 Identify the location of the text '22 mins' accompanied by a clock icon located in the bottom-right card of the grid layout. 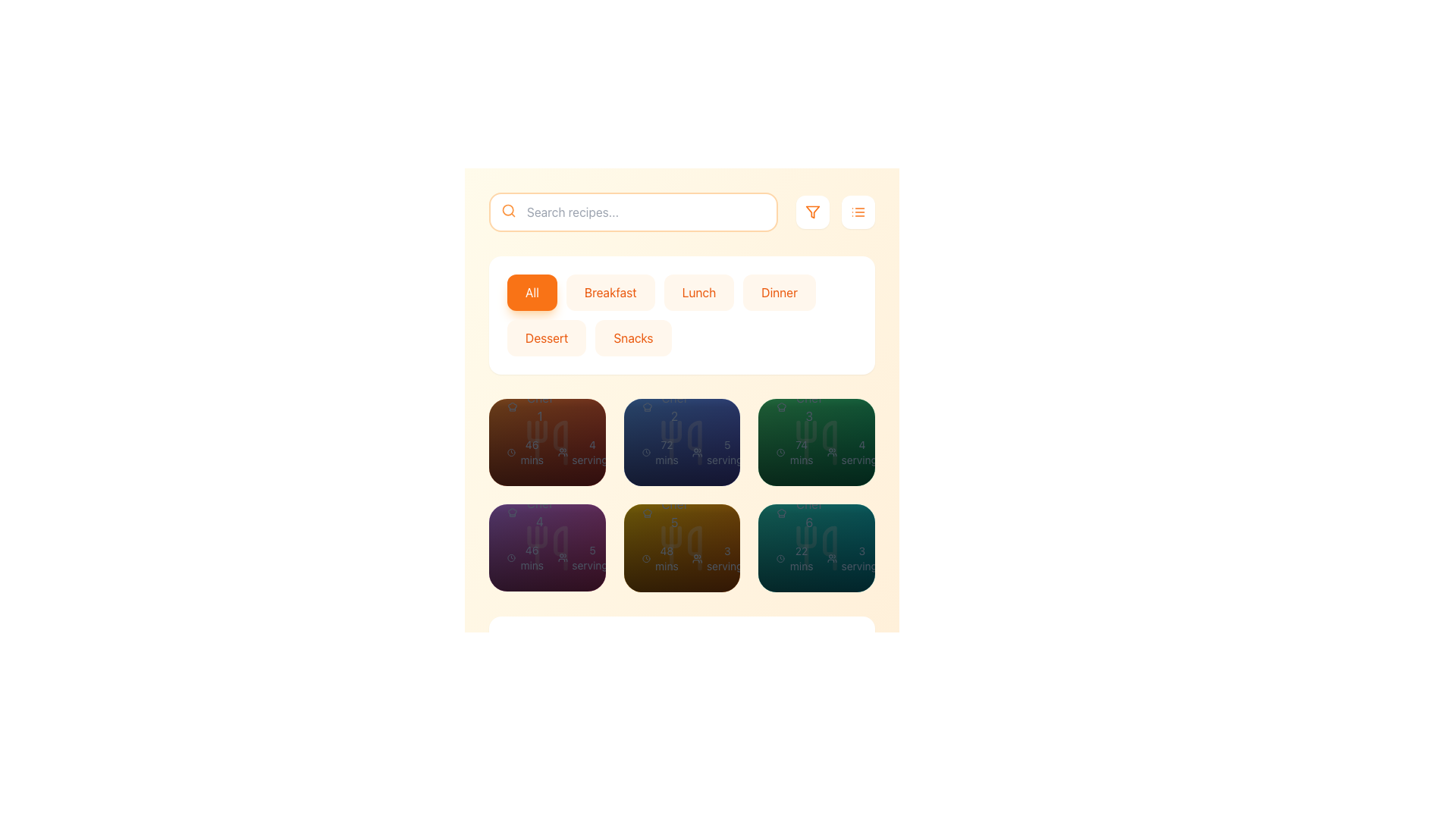
(795, 558).